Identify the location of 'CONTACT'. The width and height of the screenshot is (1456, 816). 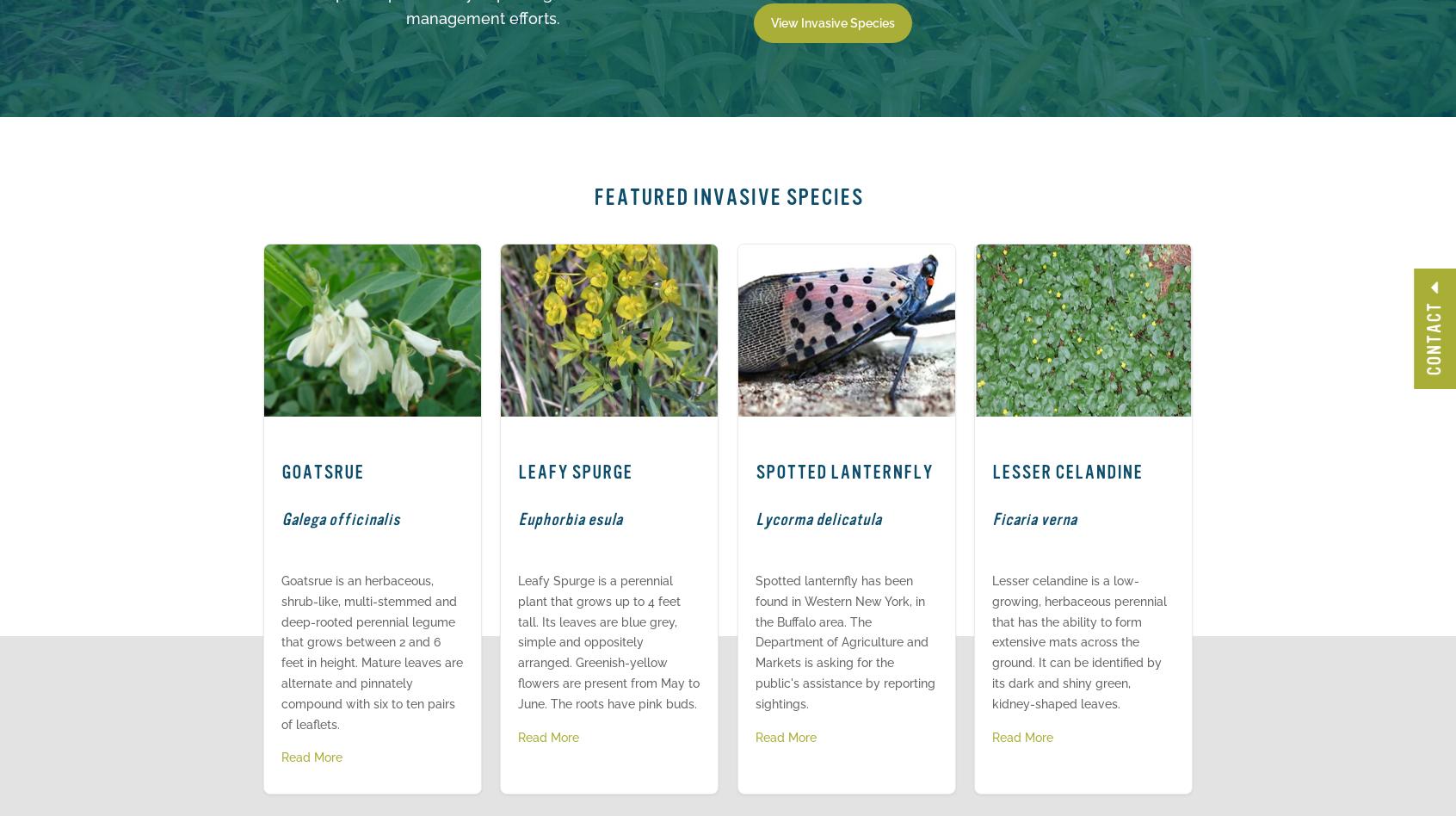
(1434, 337).